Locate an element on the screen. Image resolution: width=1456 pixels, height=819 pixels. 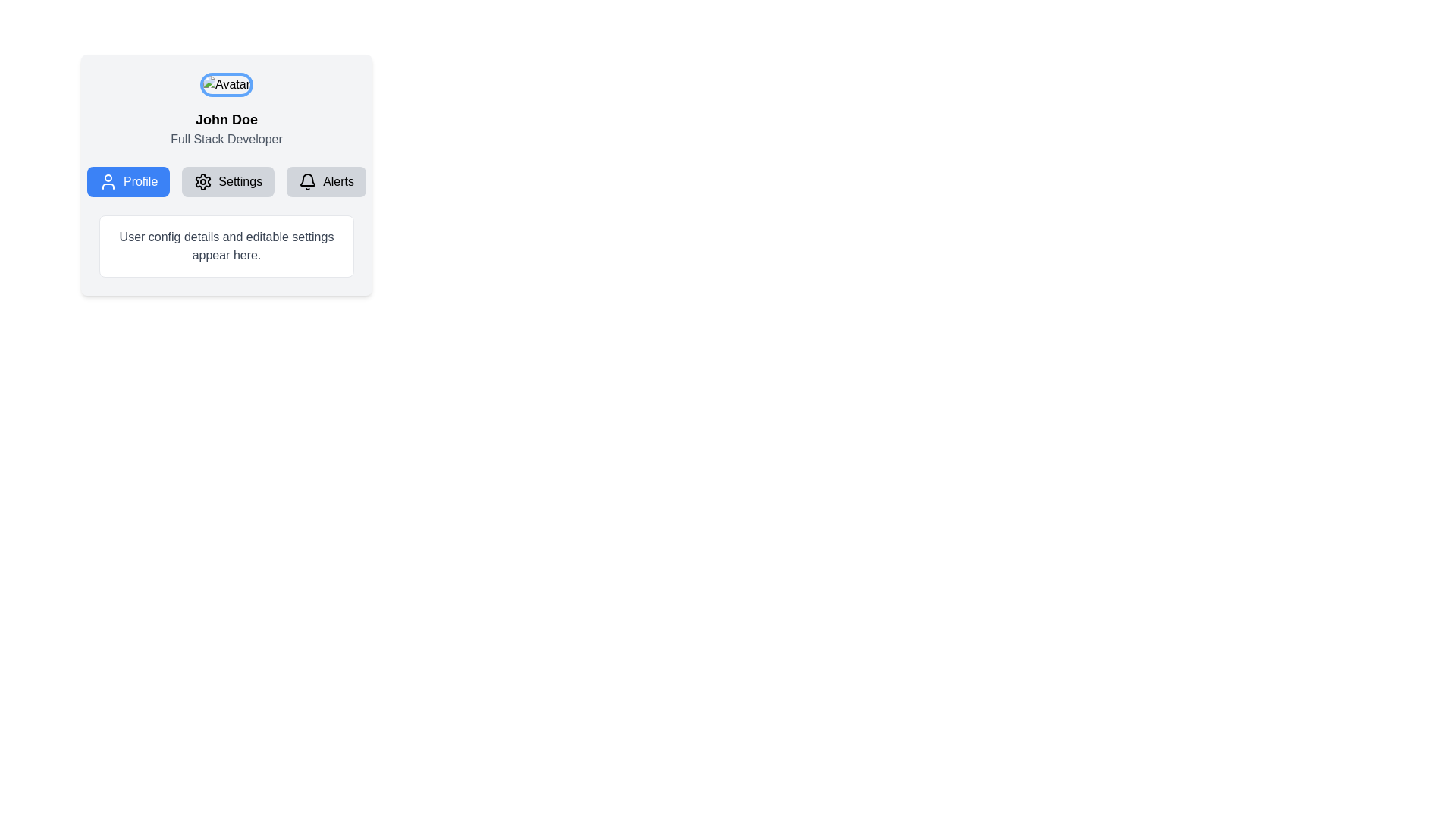
the static text element displaying the name 'John Doe', which is styled with a 'font-semibold' class and positioned centrally just below an avatar image is located at coordinates (225, 119).